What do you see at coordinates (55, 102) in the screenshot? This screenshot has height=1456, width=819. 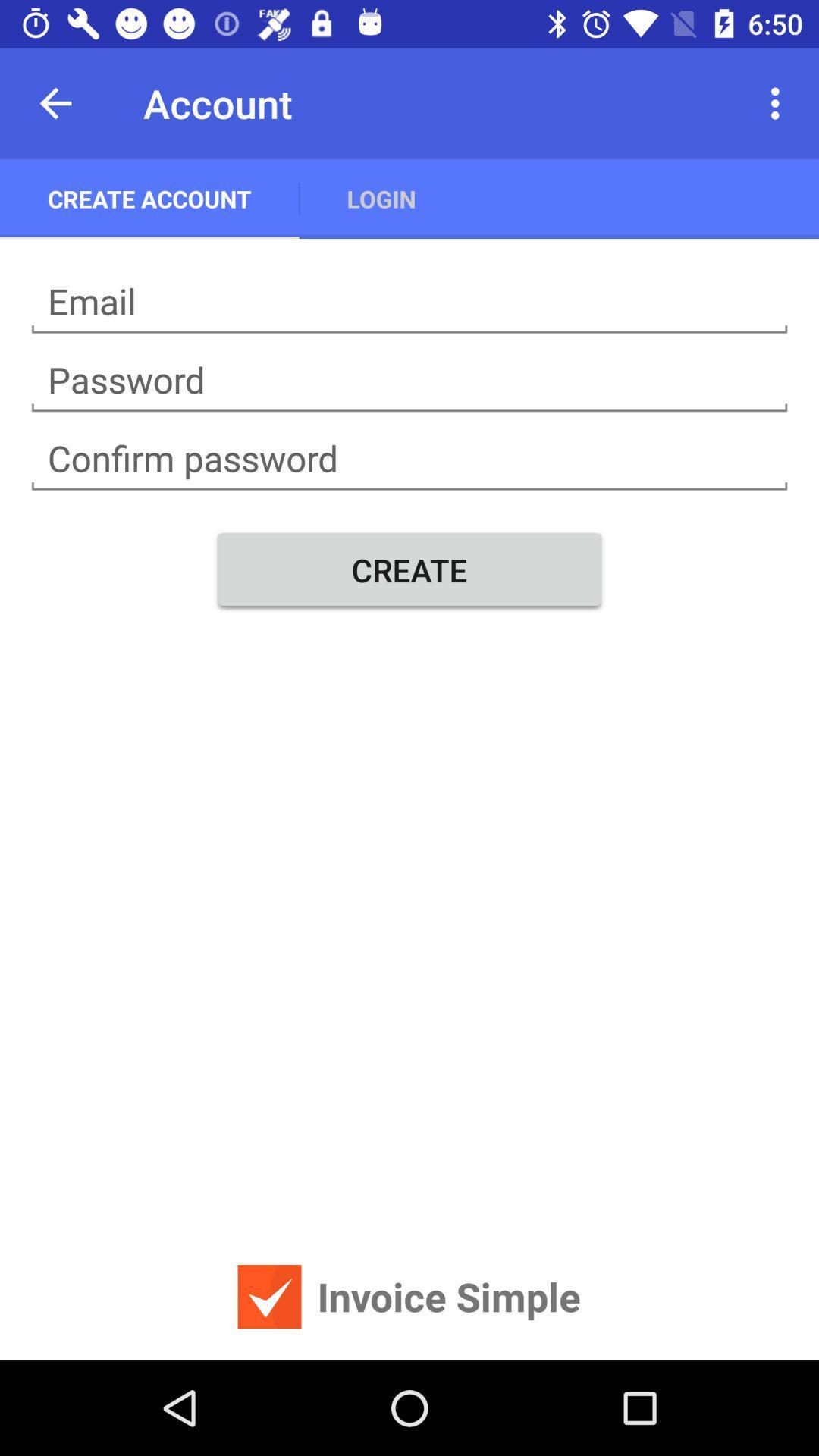 I see `the icon above the create account icon` at bounding box center [55, 102].